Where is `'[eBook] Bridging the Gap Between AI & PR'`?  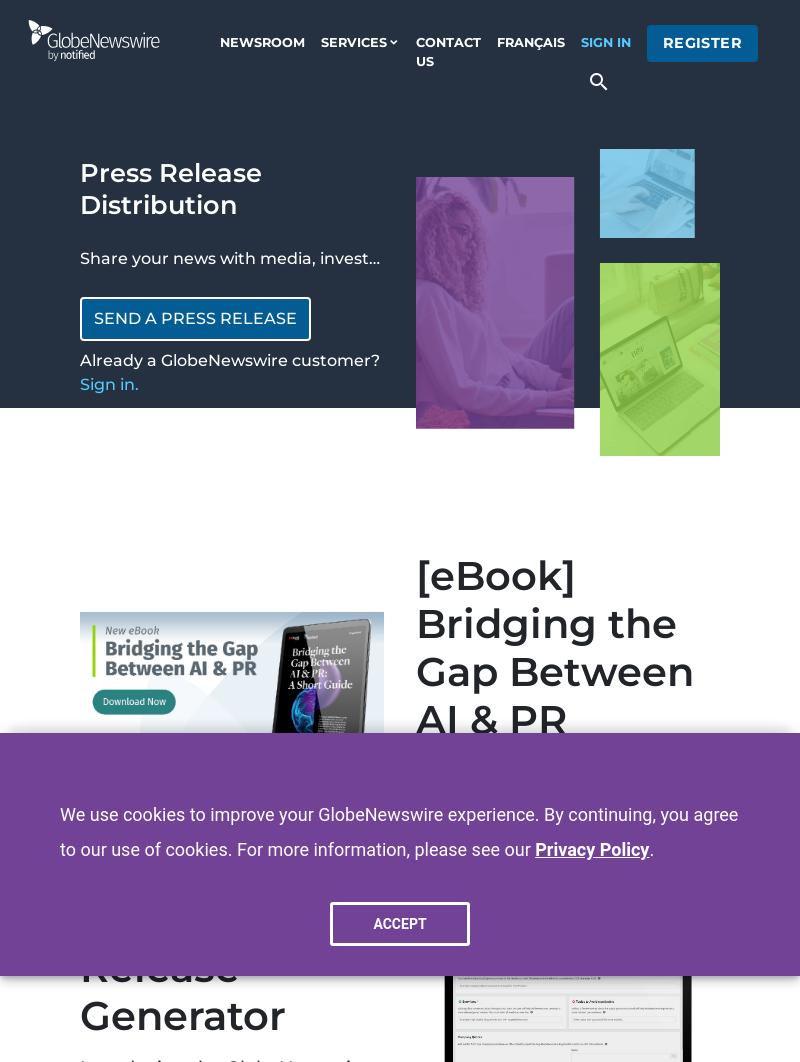
'[eBook] Bridging the Gap Between AI & PR' is located at coordinates (555, 647).